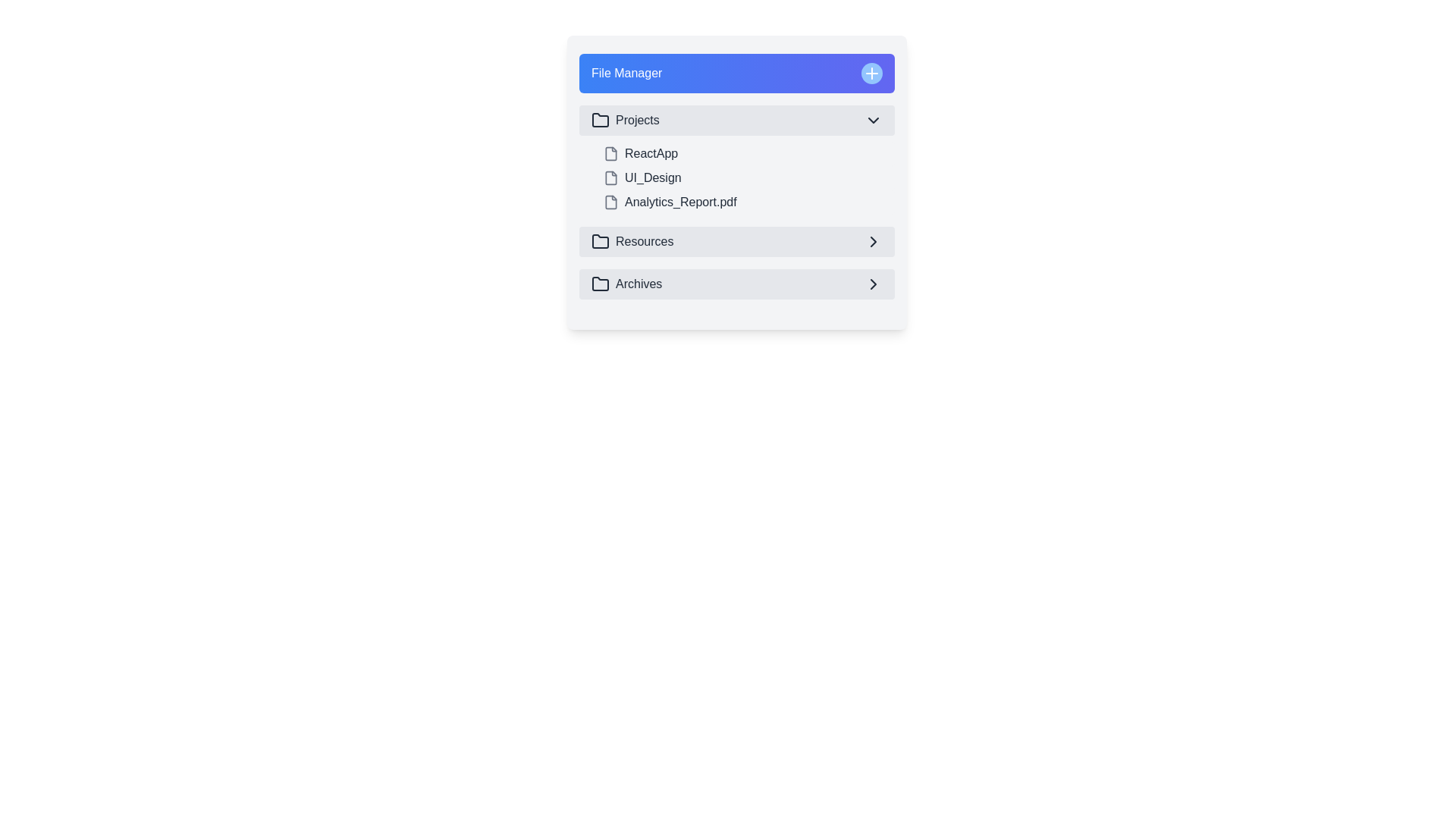  What do you see at coordinates (600, 119) in the screenshot?
I see `the folder icon in the top left of the 'Projects' section` at bounding box center [600, 119].